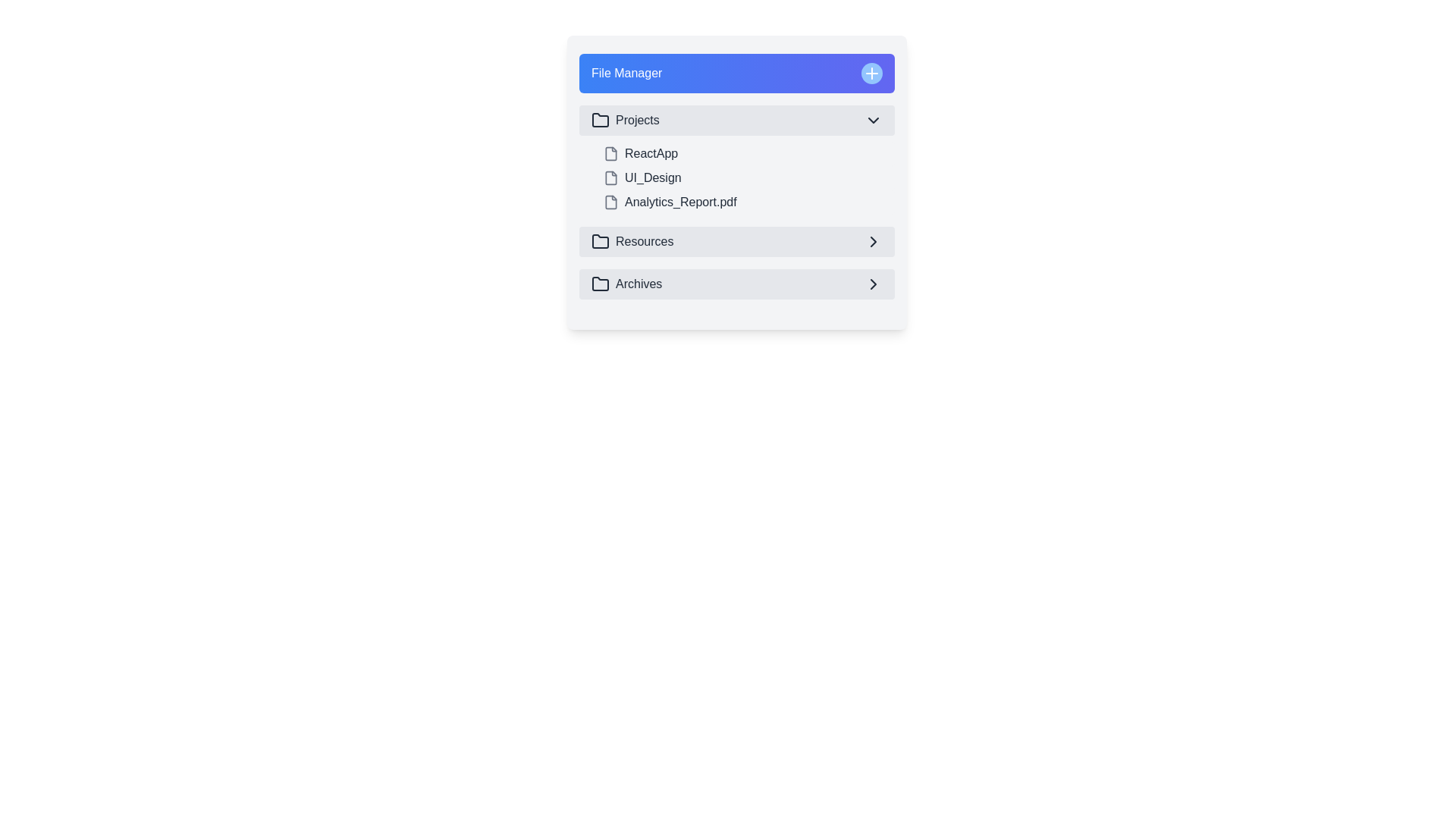  What do you see at coordinates (600, 119) in the screenshot?
I see `the folder icon in the top left of the 'Projects' section` at bounding box center [600, 119].